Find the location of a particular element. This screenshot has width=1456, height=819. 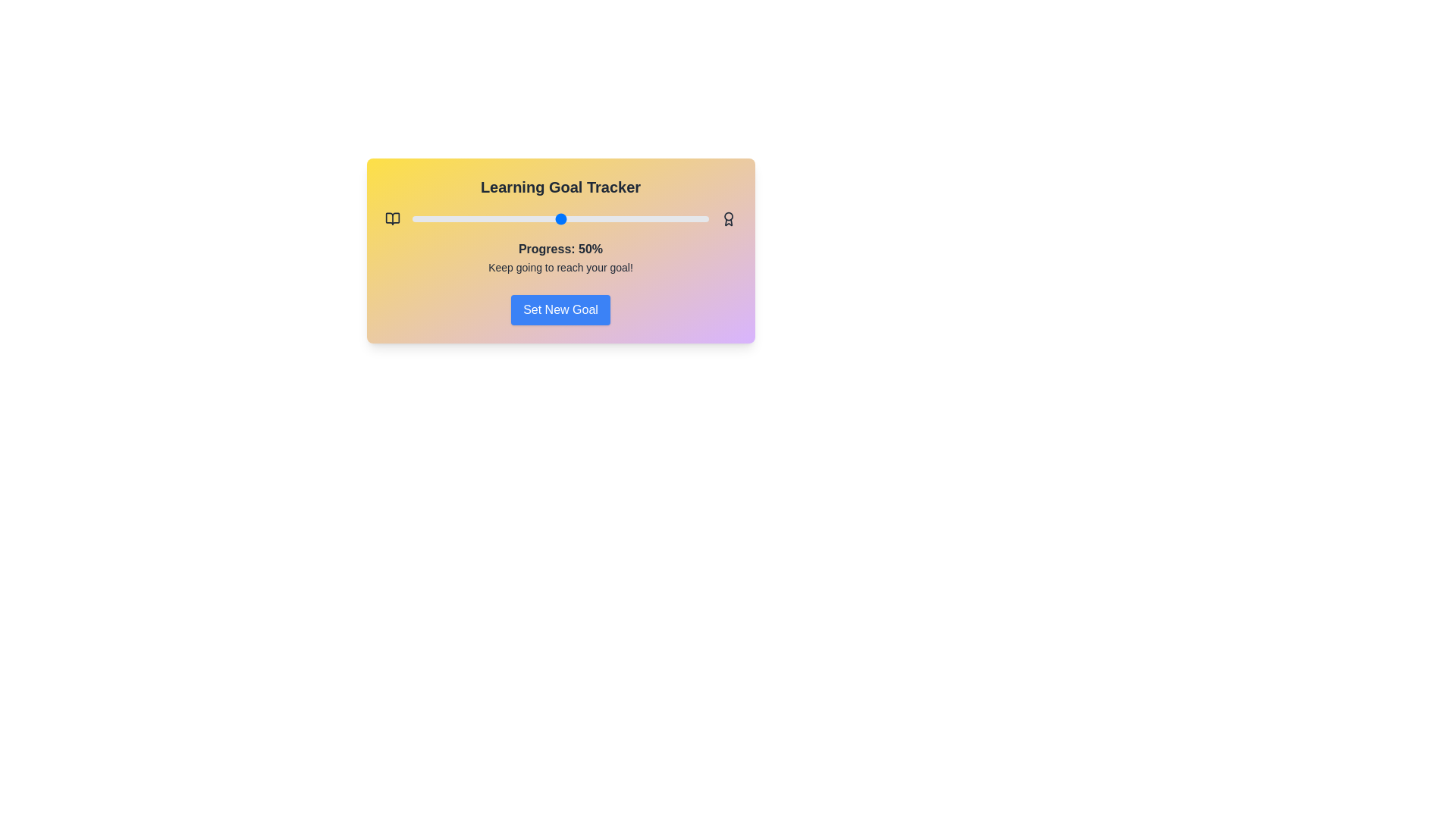

the progress slider to 84% is located at coordinates (661, 219).